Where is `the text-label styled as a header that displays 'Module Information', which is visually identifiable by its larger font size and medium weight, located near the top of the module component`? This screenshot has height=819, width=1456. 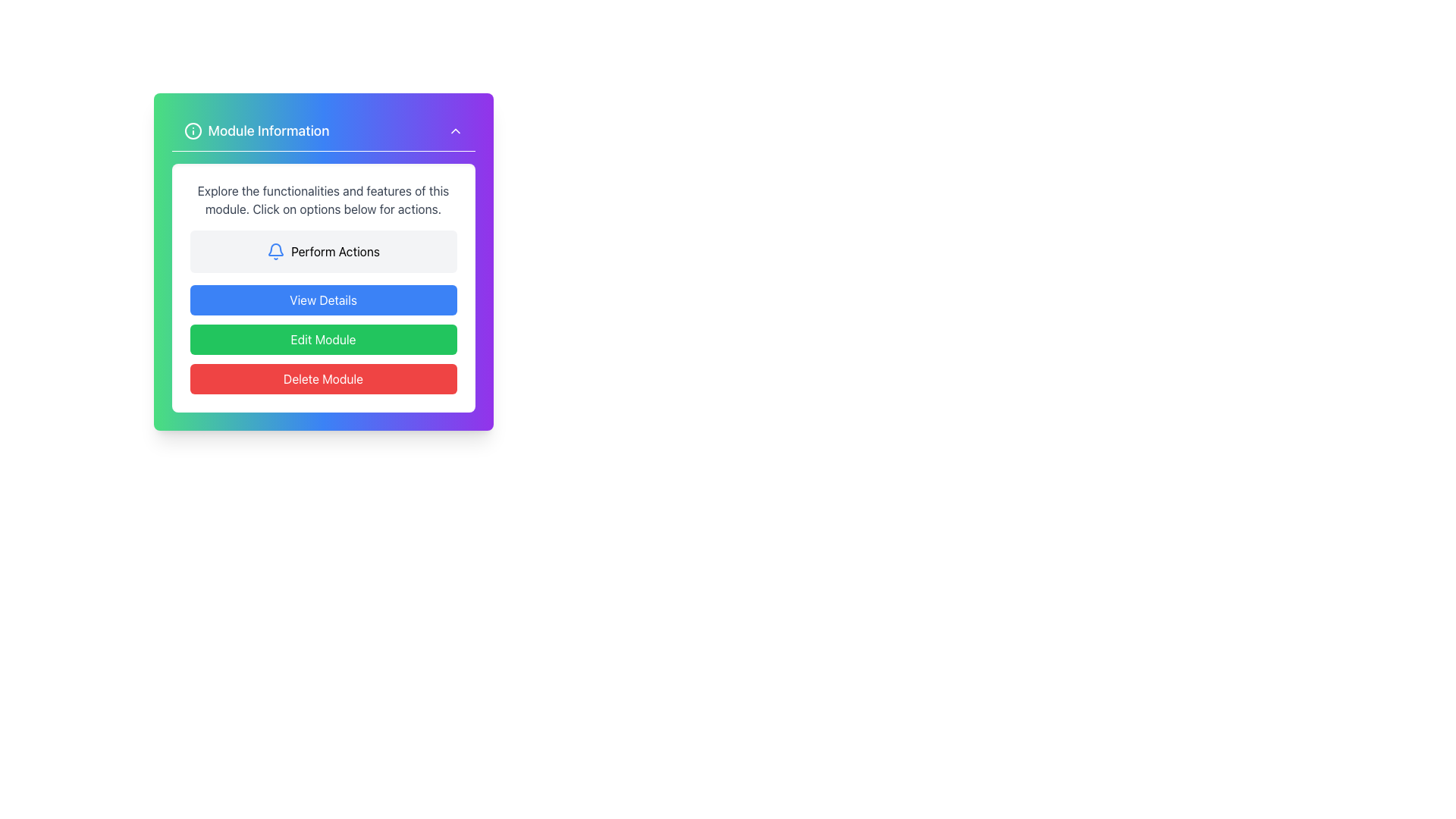 the text-label styled as a header that displays 'Module Information', which is visually identifiable by its larger font size and medium weight, located near the top of the module component is located at coordinates (268, 130).